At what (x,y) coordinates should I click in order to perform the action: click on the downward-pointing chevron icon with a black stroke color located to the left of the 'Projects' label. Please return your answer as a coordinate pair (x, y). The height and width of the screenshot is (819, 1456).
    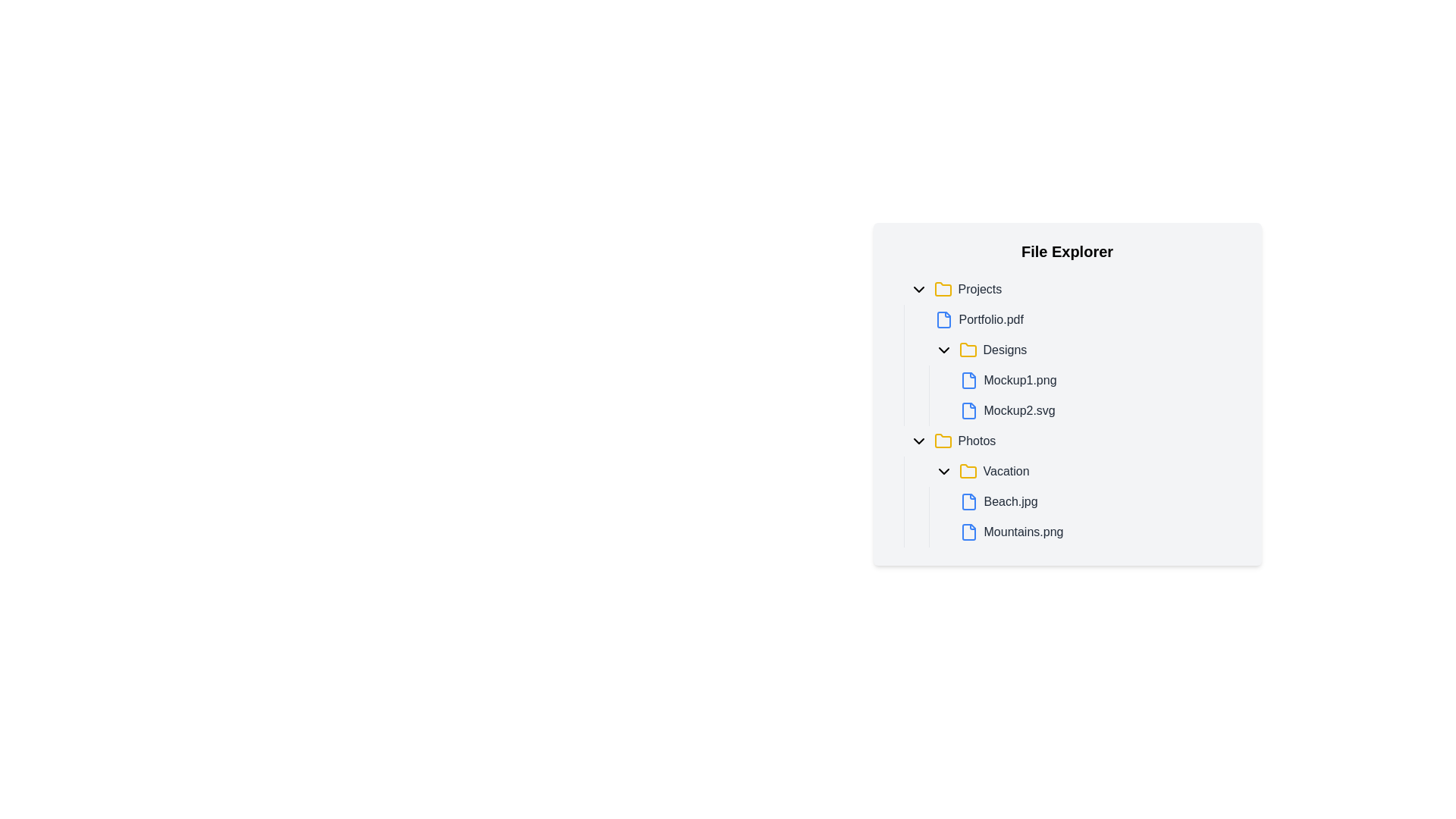
    Looking at the image, I should click on (918, 289).